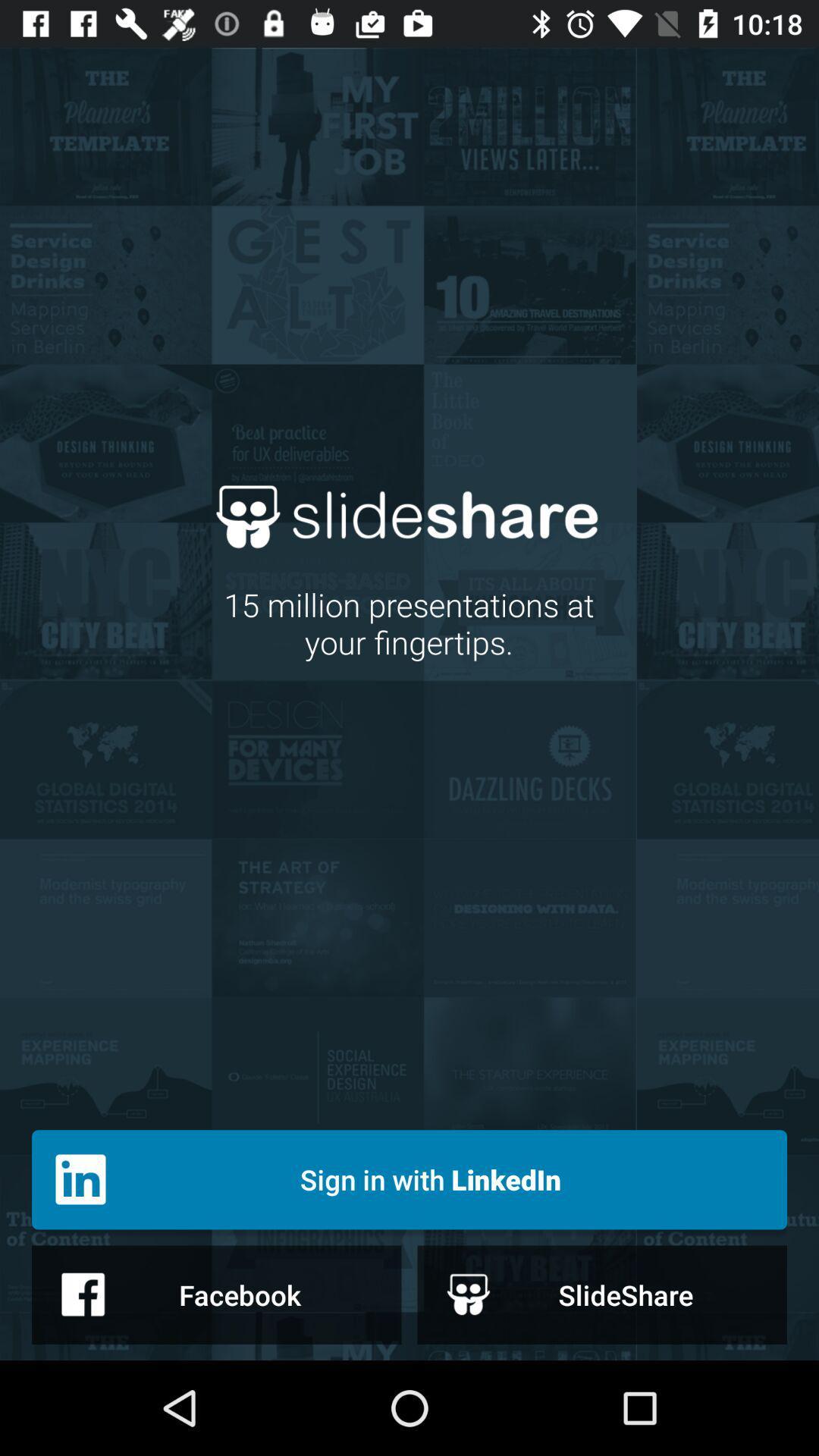  Describe the element at coordinates (601, 1294) in the screenshot. I see `the slideshare icon` at that location.